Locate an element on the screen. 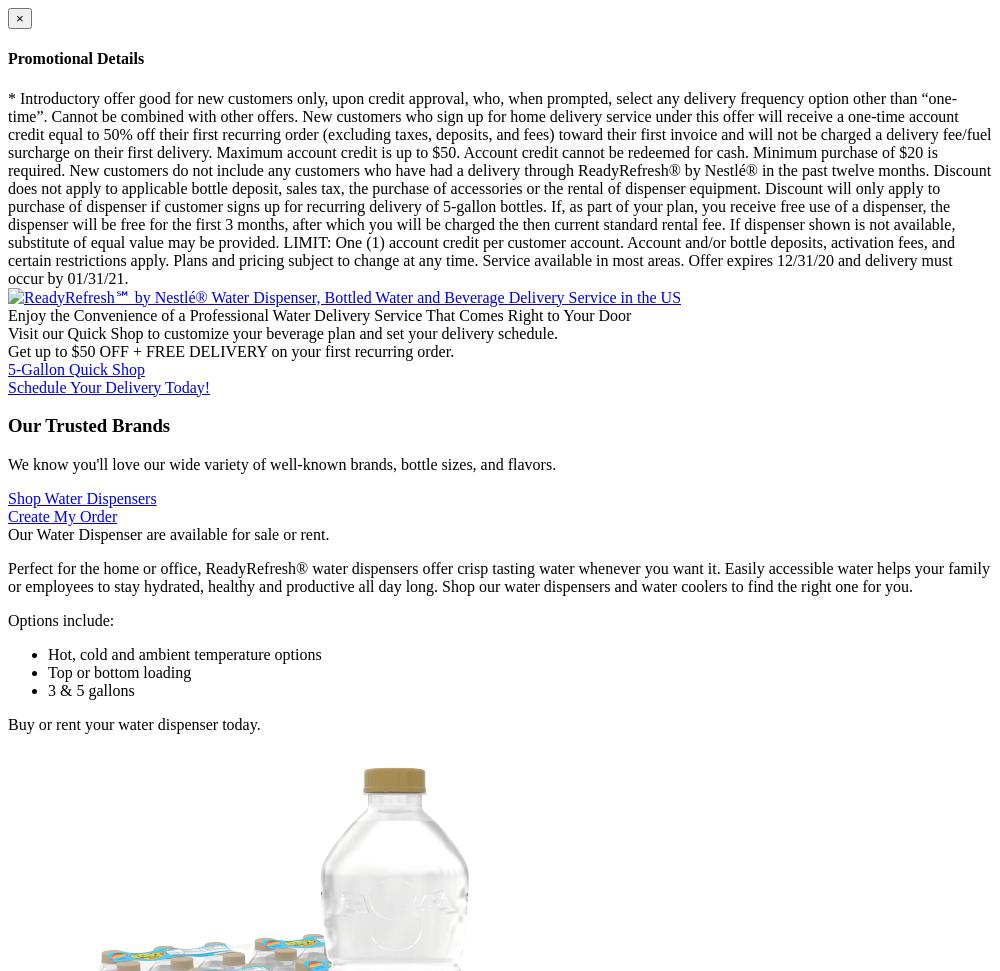  '3 & 5 gallons' is located at coordinates (48, 689).